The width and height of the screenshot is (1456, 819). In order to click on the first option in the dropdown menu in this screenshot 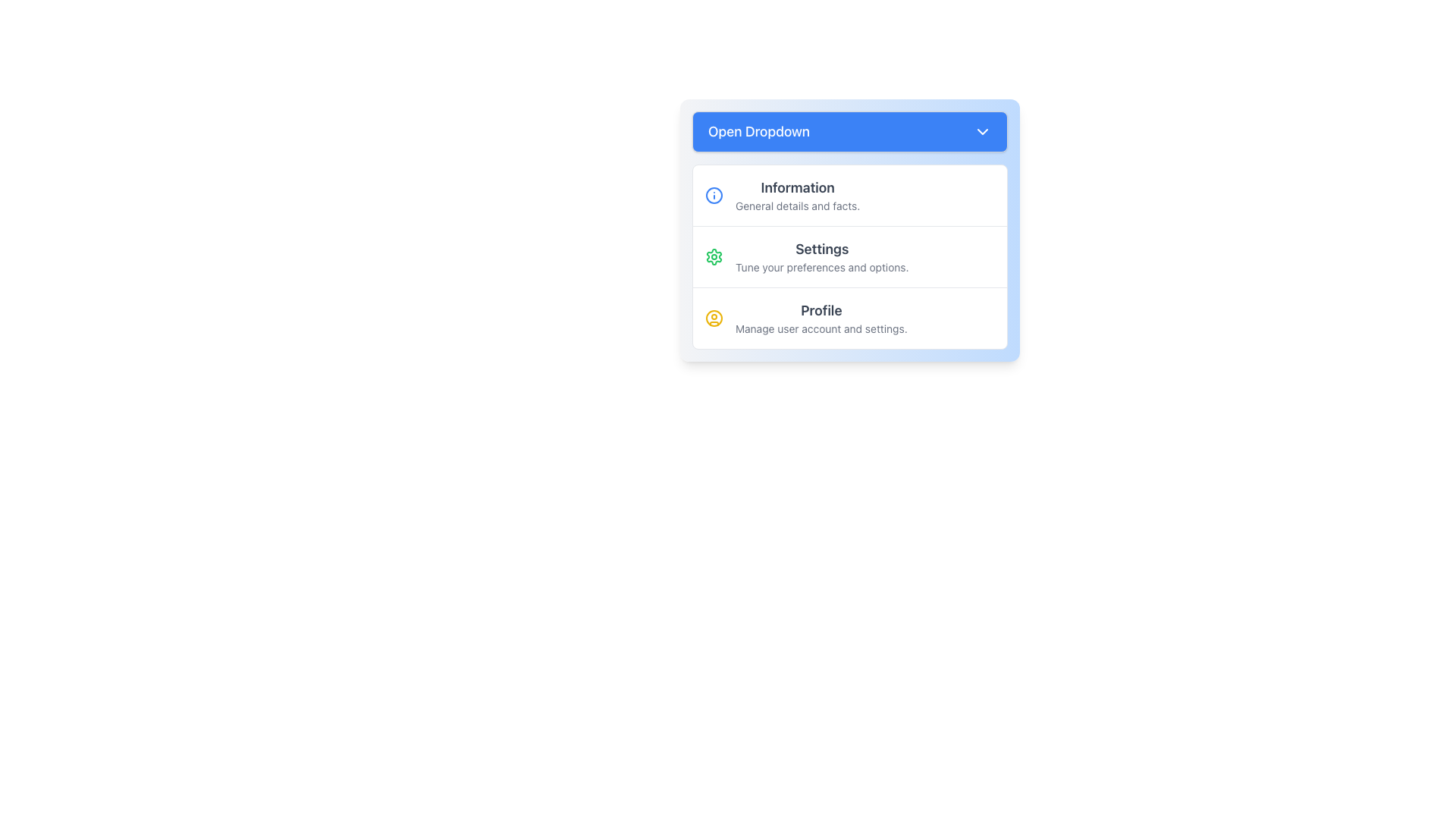, I will do `click(850, 195)`.